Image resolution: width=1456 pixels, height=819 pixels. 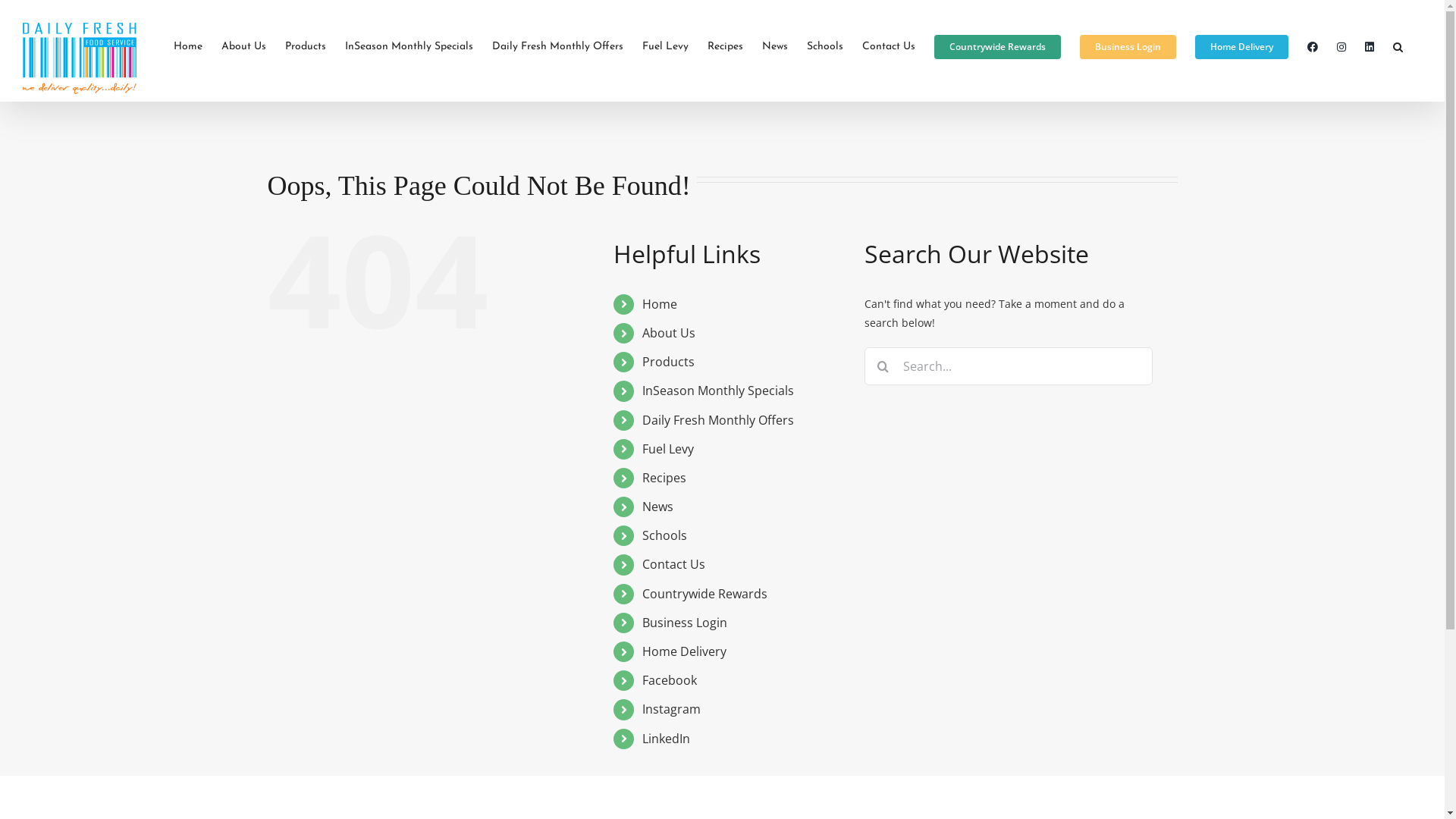 What do you see at coordinates (1194, 45) in the screenshot?
I see `'Home Delivery'` at bounding box center [1194, 45].